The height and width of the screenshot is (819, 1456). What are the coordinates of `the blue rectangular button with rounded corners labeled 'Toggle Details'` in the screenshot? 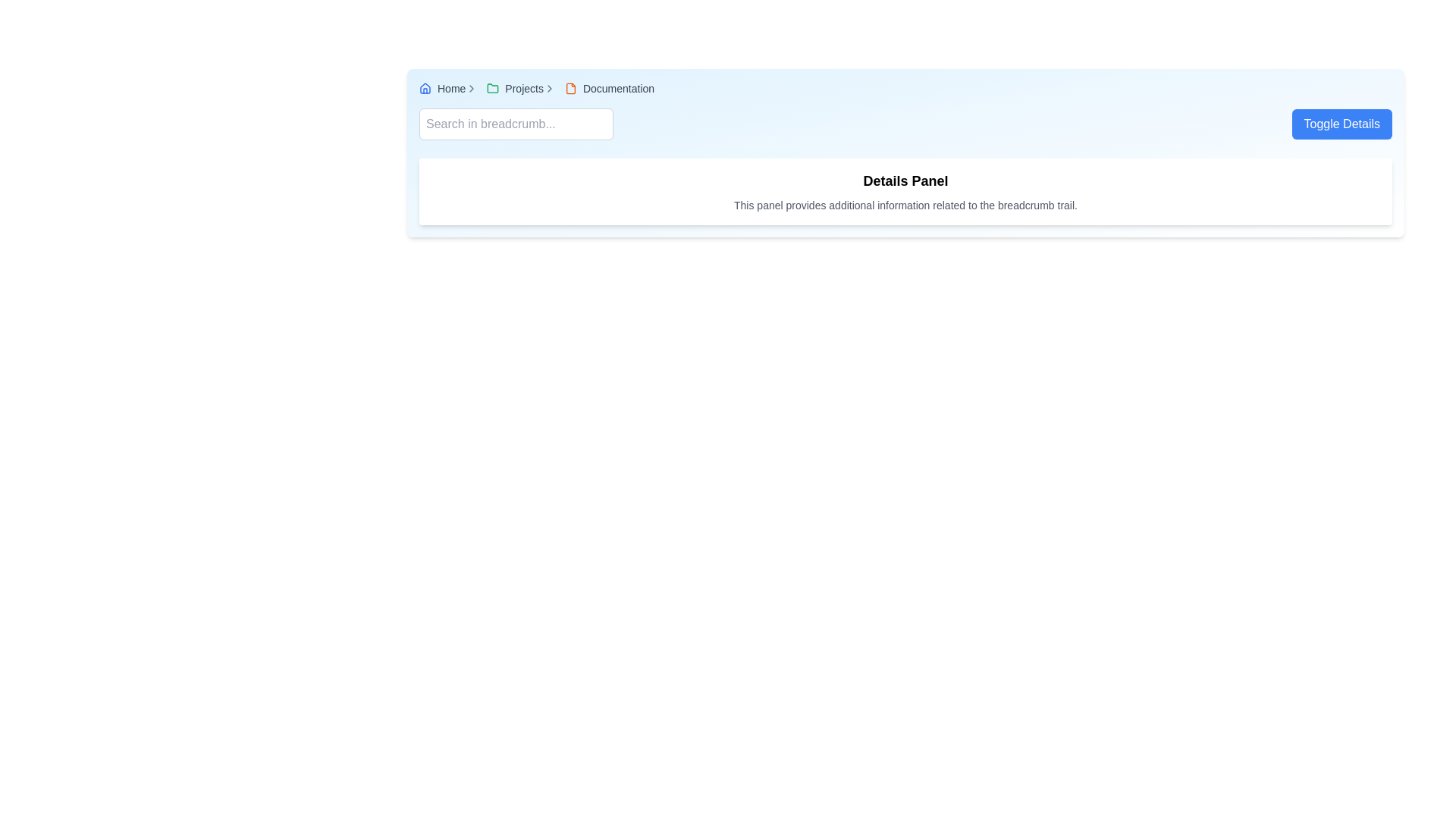 It's located at (1341, 124).